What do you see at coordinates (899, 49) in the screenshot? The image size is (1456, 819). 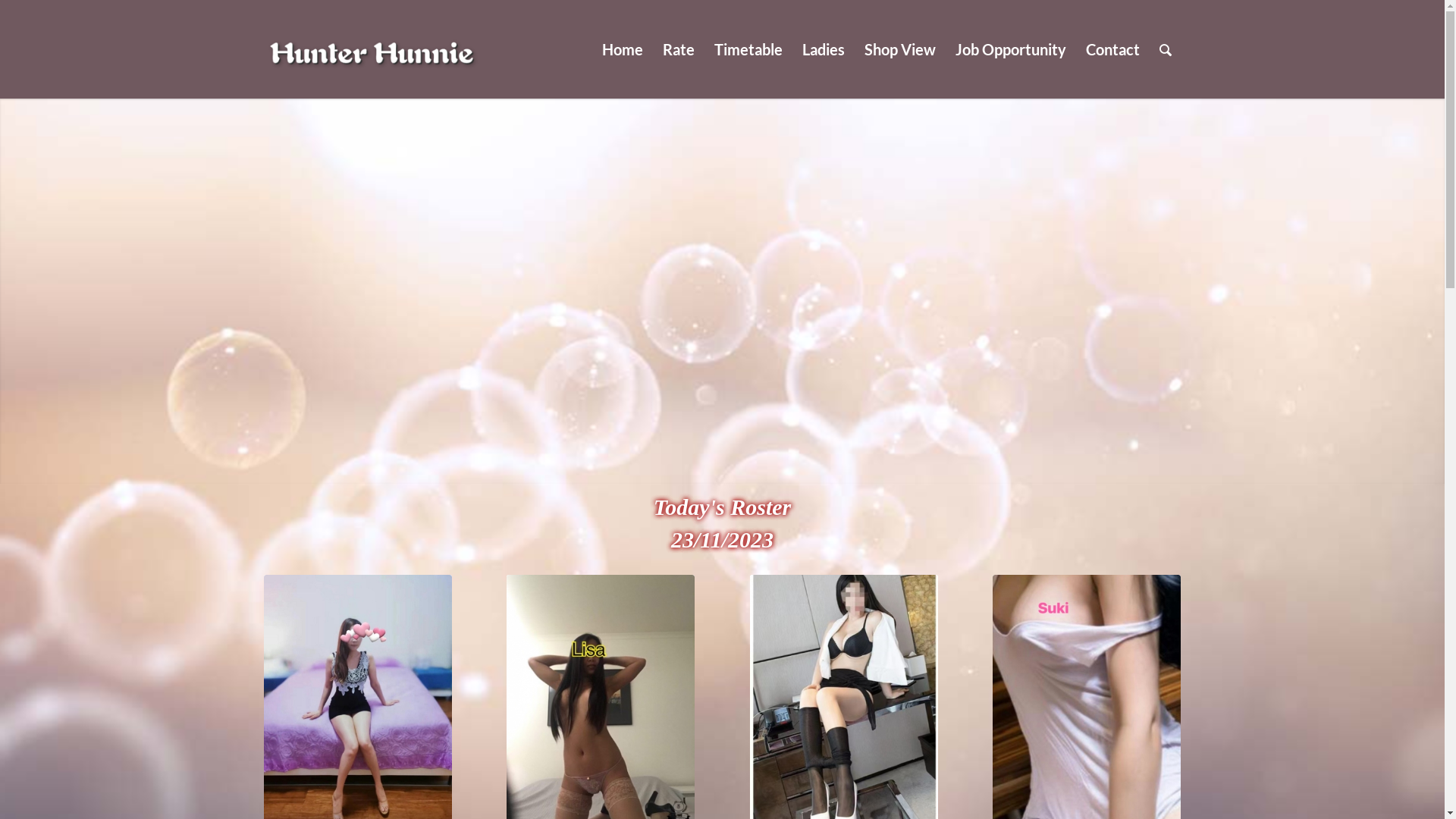 I see `'Shop View'` at bounding box center [899, 49].